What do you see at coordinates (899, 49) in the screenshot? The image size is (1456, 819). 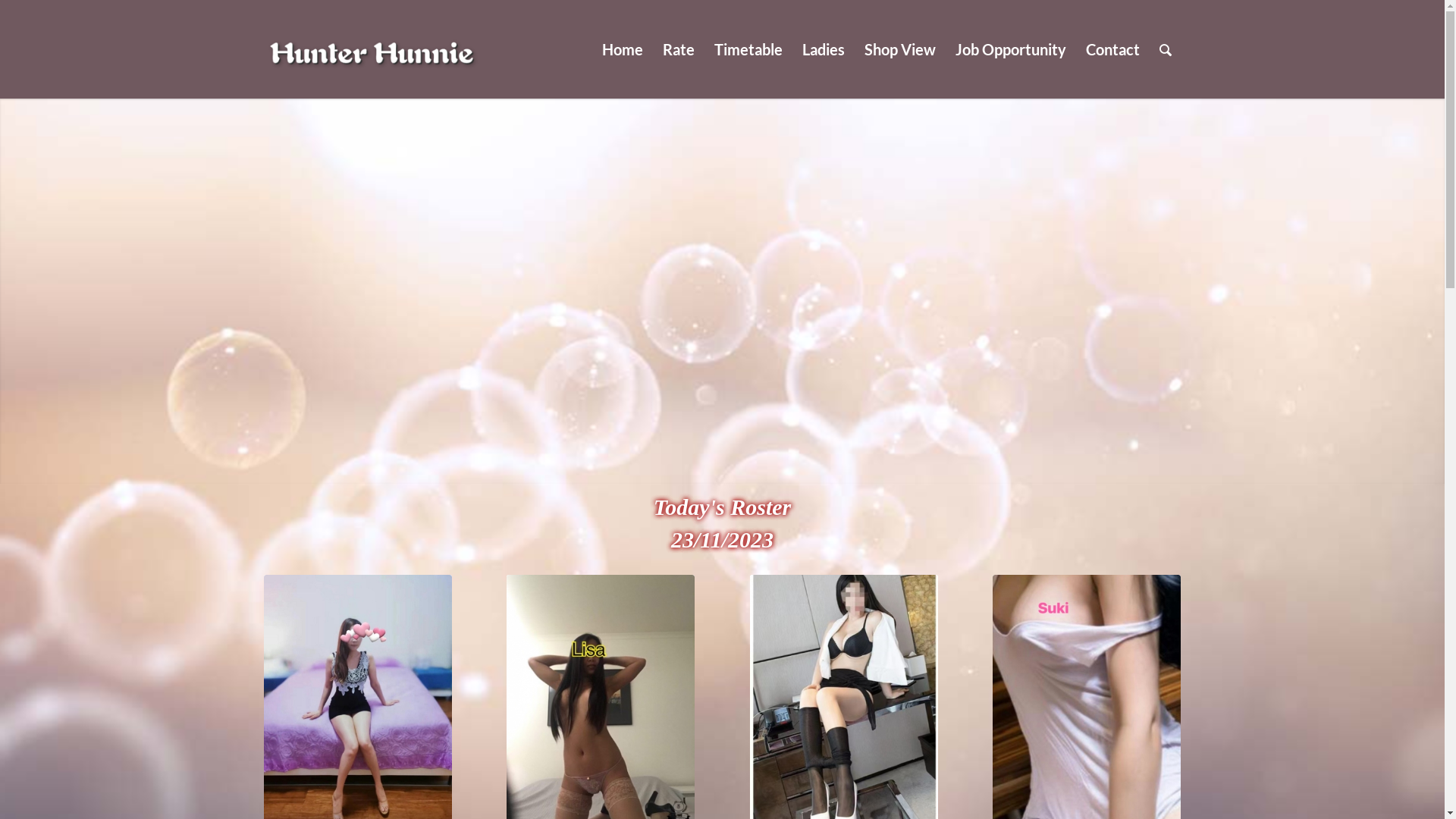 I see `'Shop View'` at bounding box center [899, 49].